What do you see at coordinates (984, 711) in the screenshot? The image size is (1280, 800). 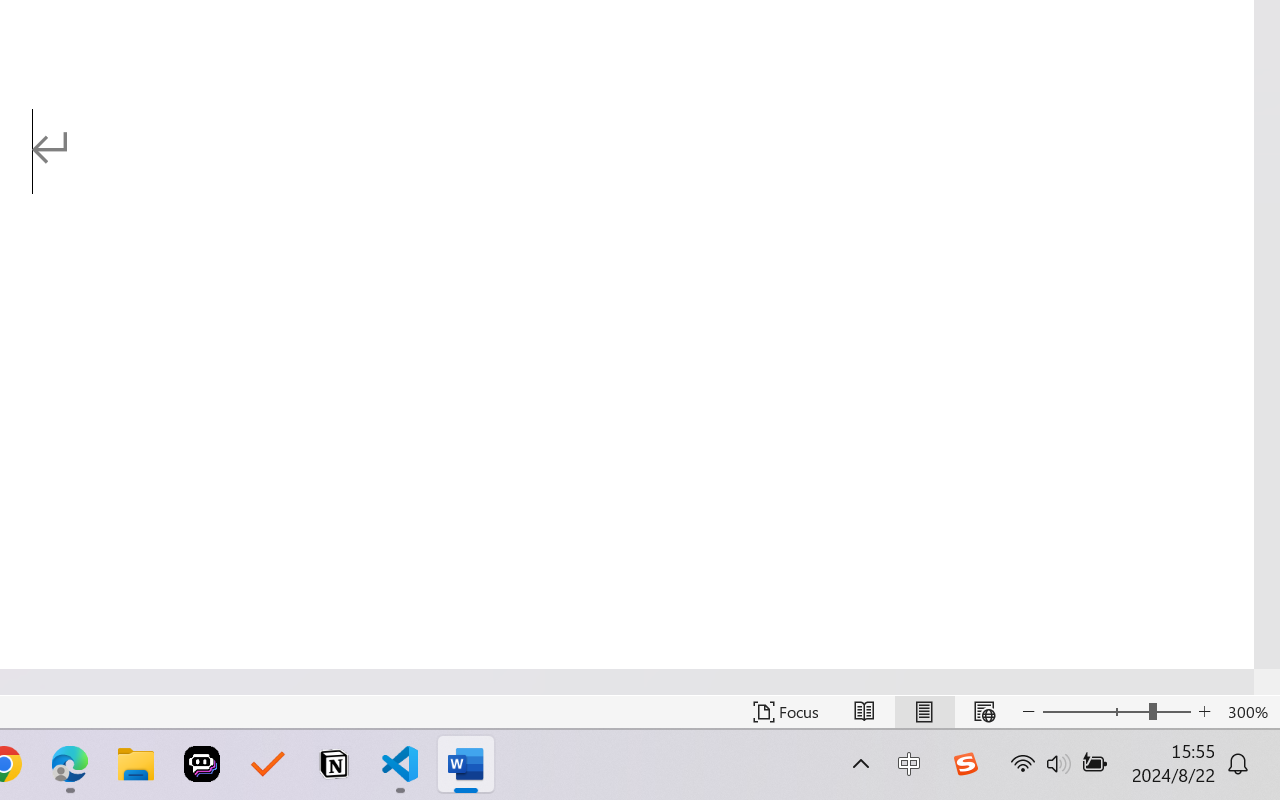 I see `'Web Layout'` at bounding box center [984, 711].